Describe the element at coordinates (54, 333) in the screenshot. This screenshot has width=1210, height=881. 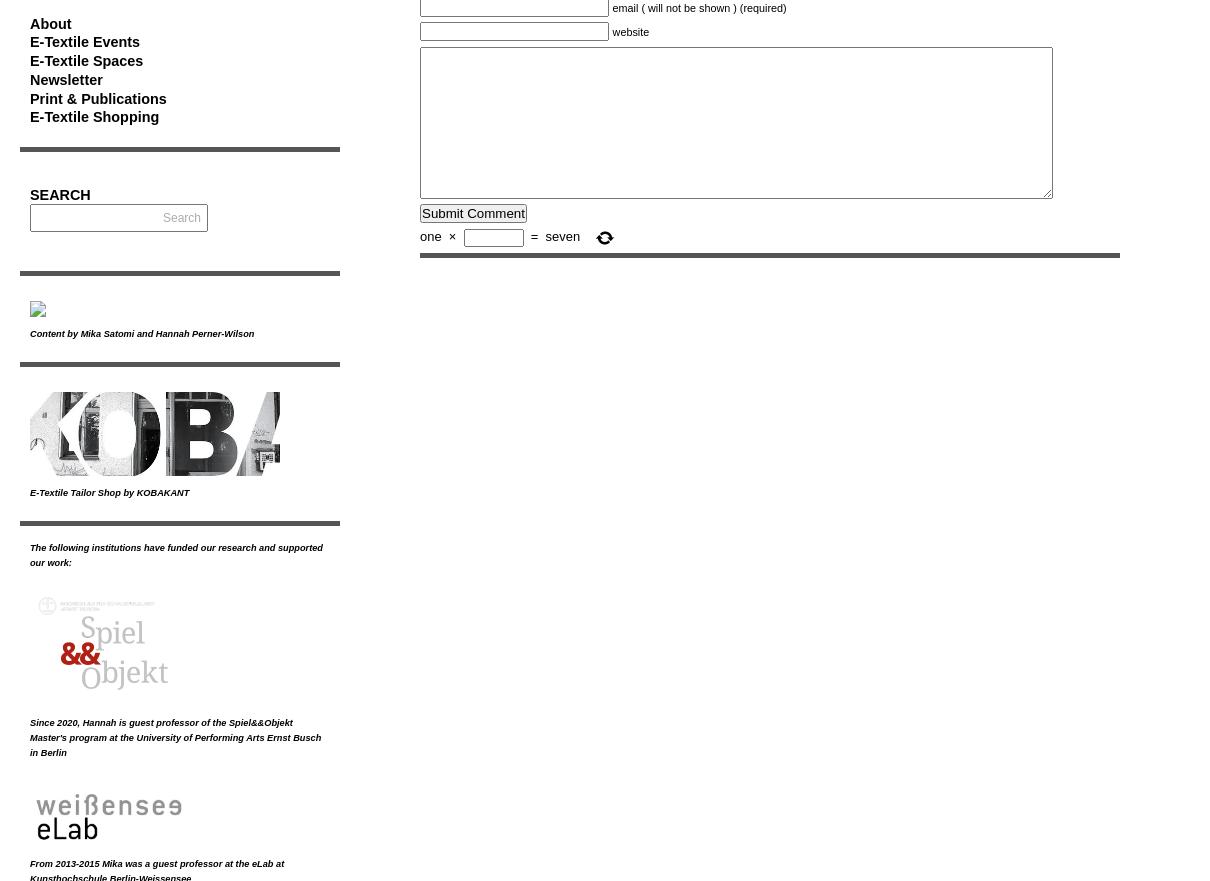
I see `'Content by'` at that location.